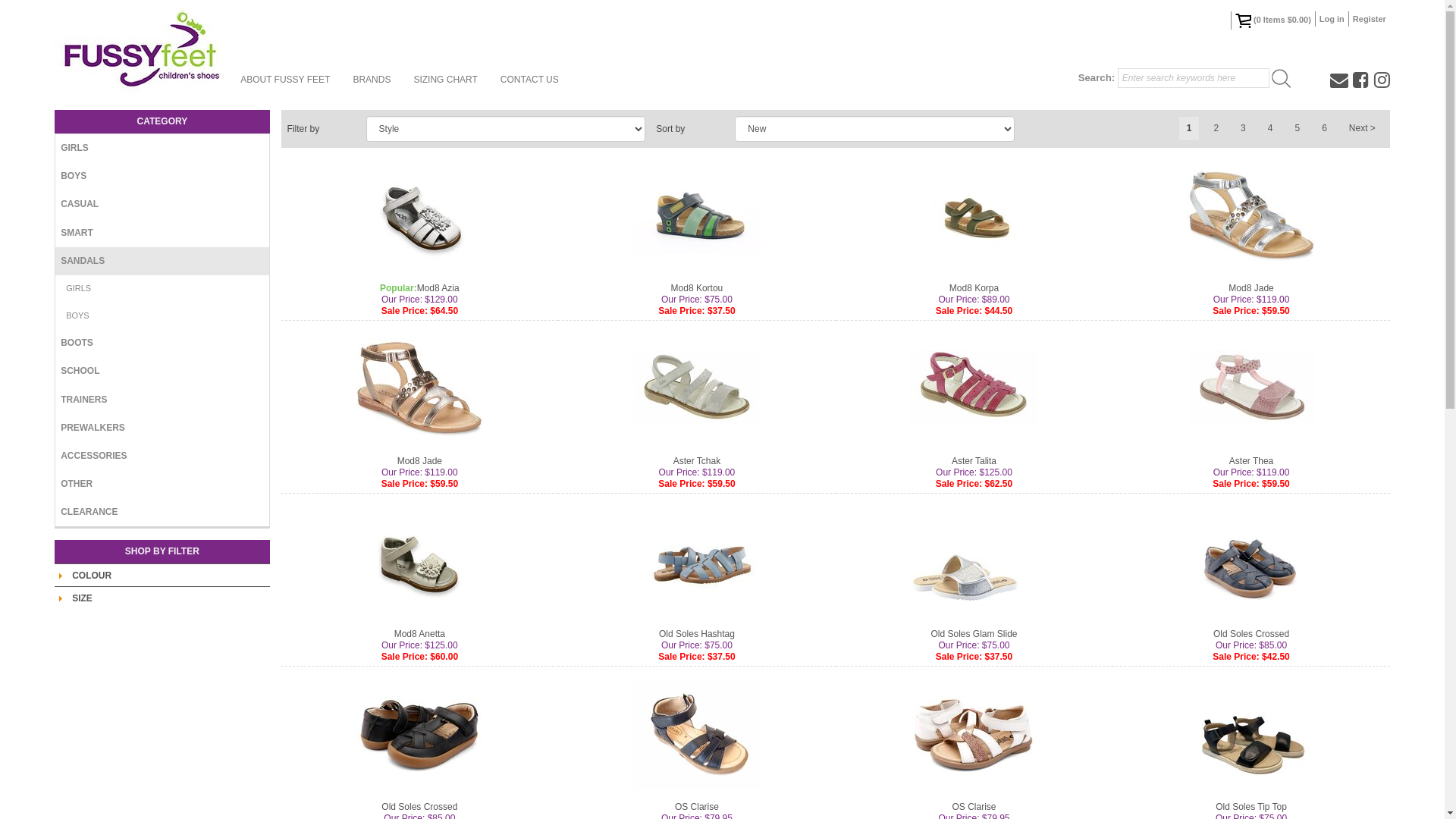 This screenshot has width=1456, height=819. I want to click on 'Mod8 Anetta', so click(394, 634).